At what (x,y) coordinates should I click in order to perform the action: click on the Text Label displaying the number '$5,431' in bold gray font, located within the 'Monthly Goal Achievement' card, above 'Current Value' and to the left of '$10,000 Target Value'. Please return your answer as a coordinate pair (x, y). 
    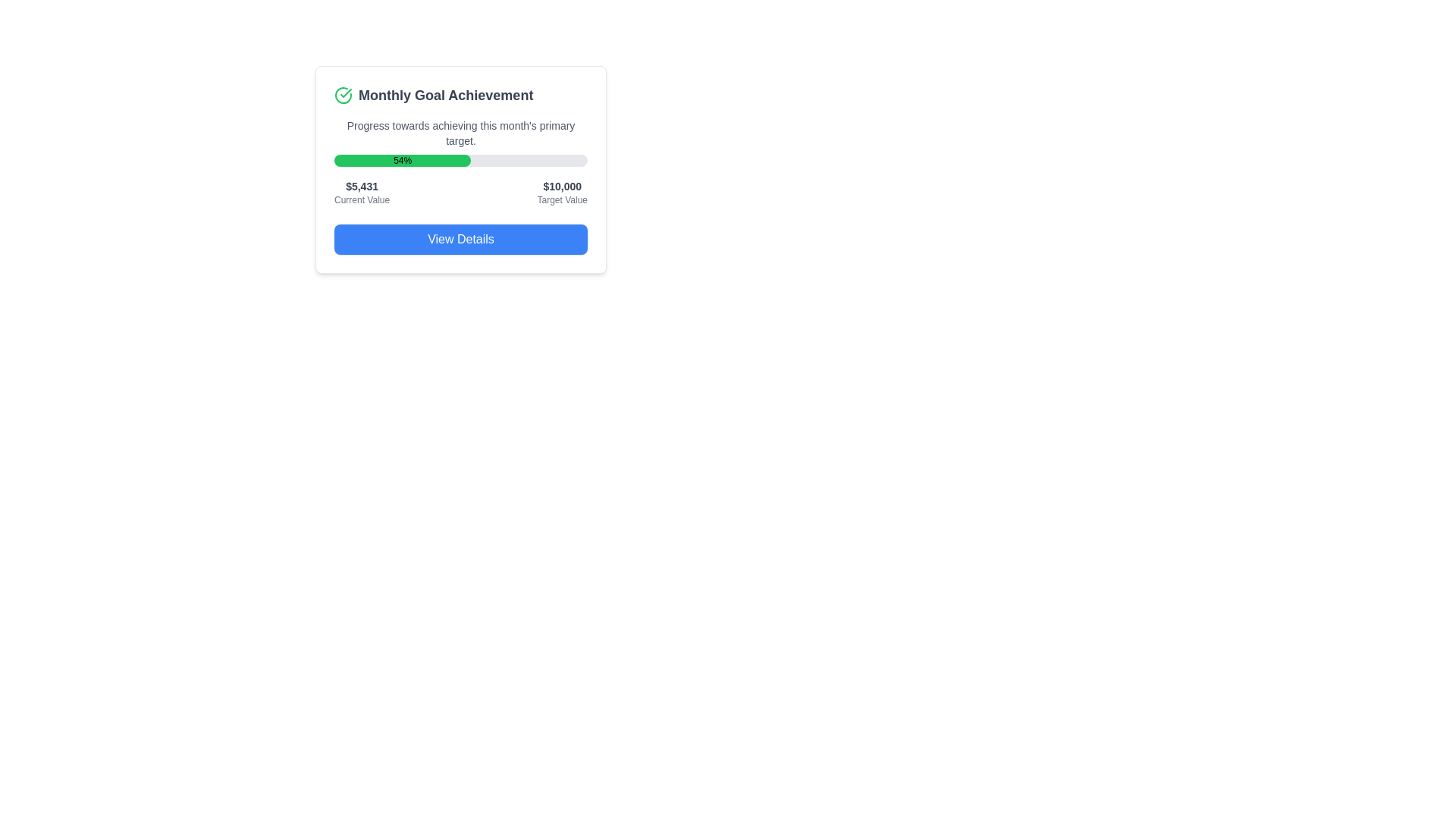
    Looking at the image, I should click on (361, 186).